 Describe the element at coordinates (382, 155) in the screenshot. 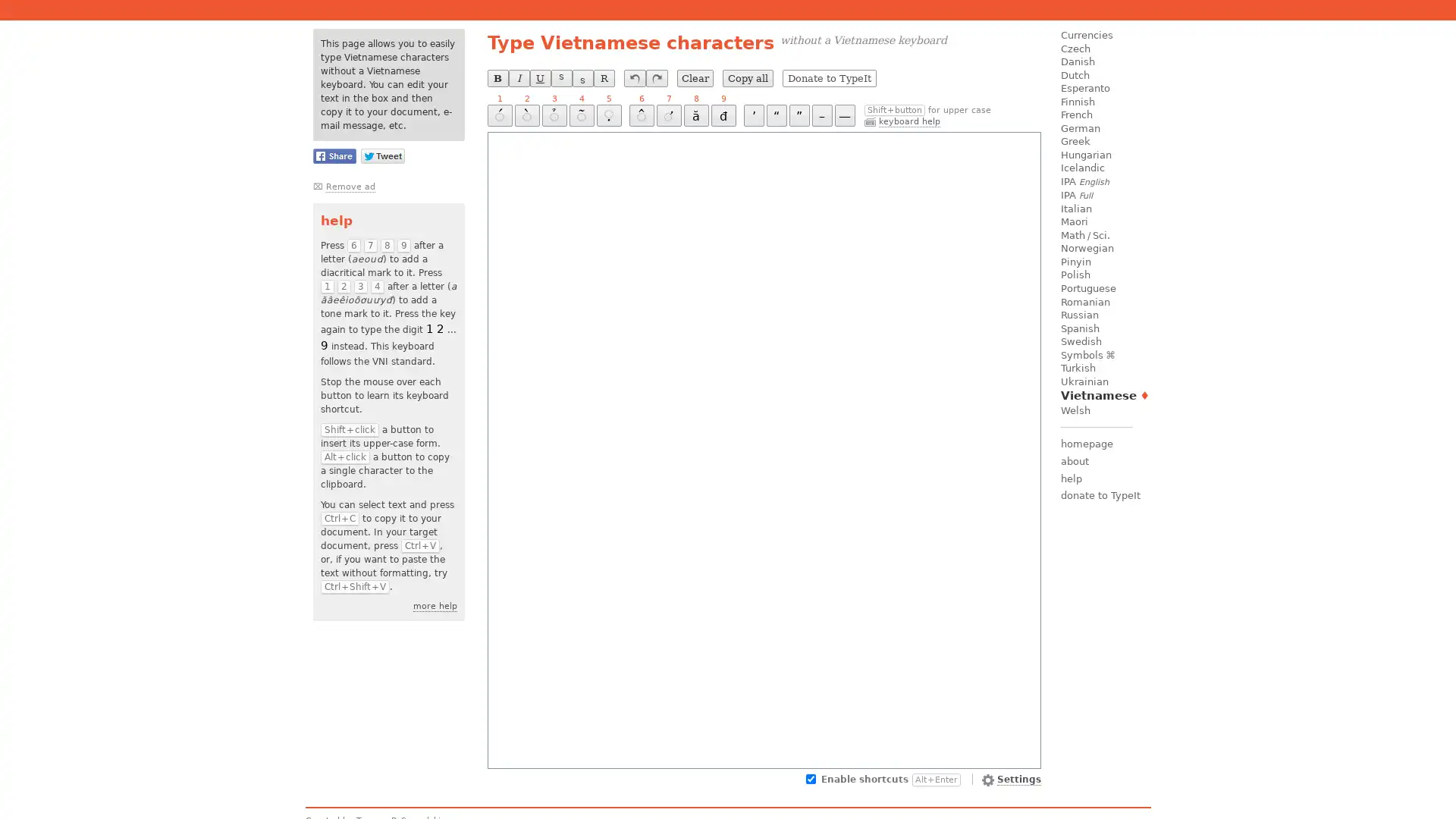

I see `Share this page on Twitter` at that location.